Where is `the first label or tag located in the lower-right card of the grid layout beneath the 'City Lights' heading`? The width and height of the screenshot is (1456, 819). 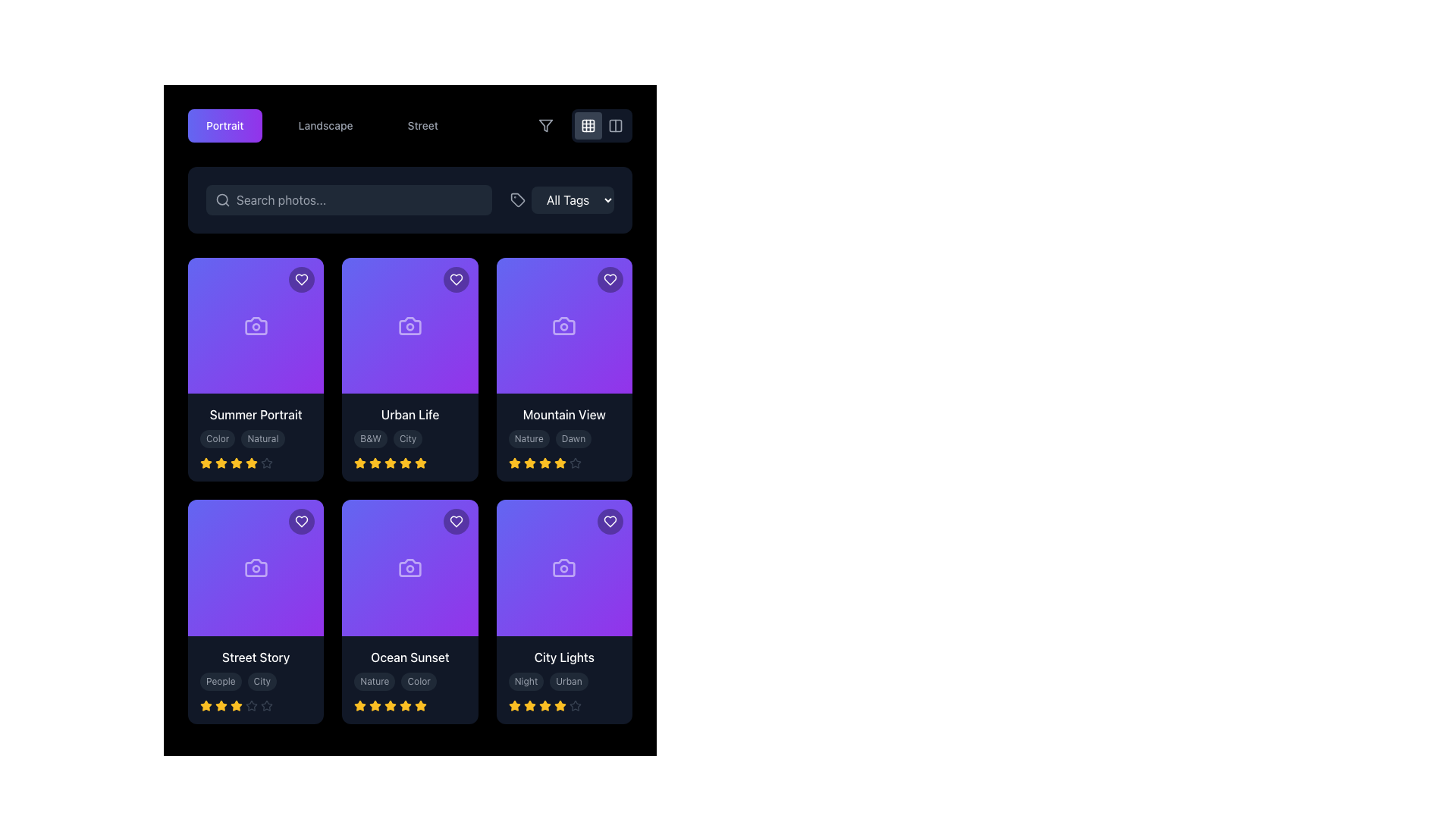
the first label or tag located in the lower-right card of the grid layout beneath the 'City Lights' heading is located at coordinates (526, 680).